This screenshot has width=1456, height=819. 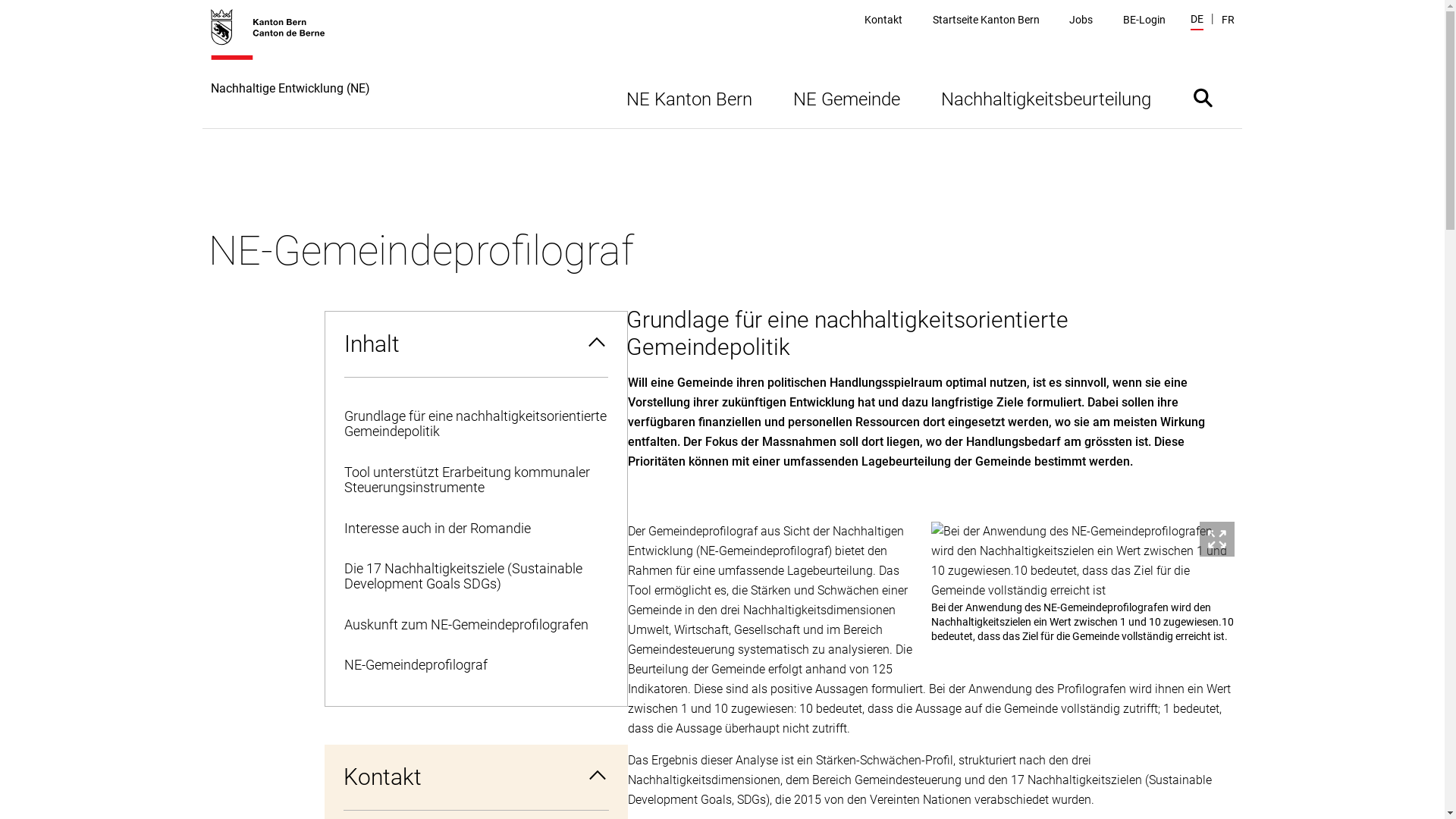 I want to click on 'Jobs', so click(x=1068, y=20).